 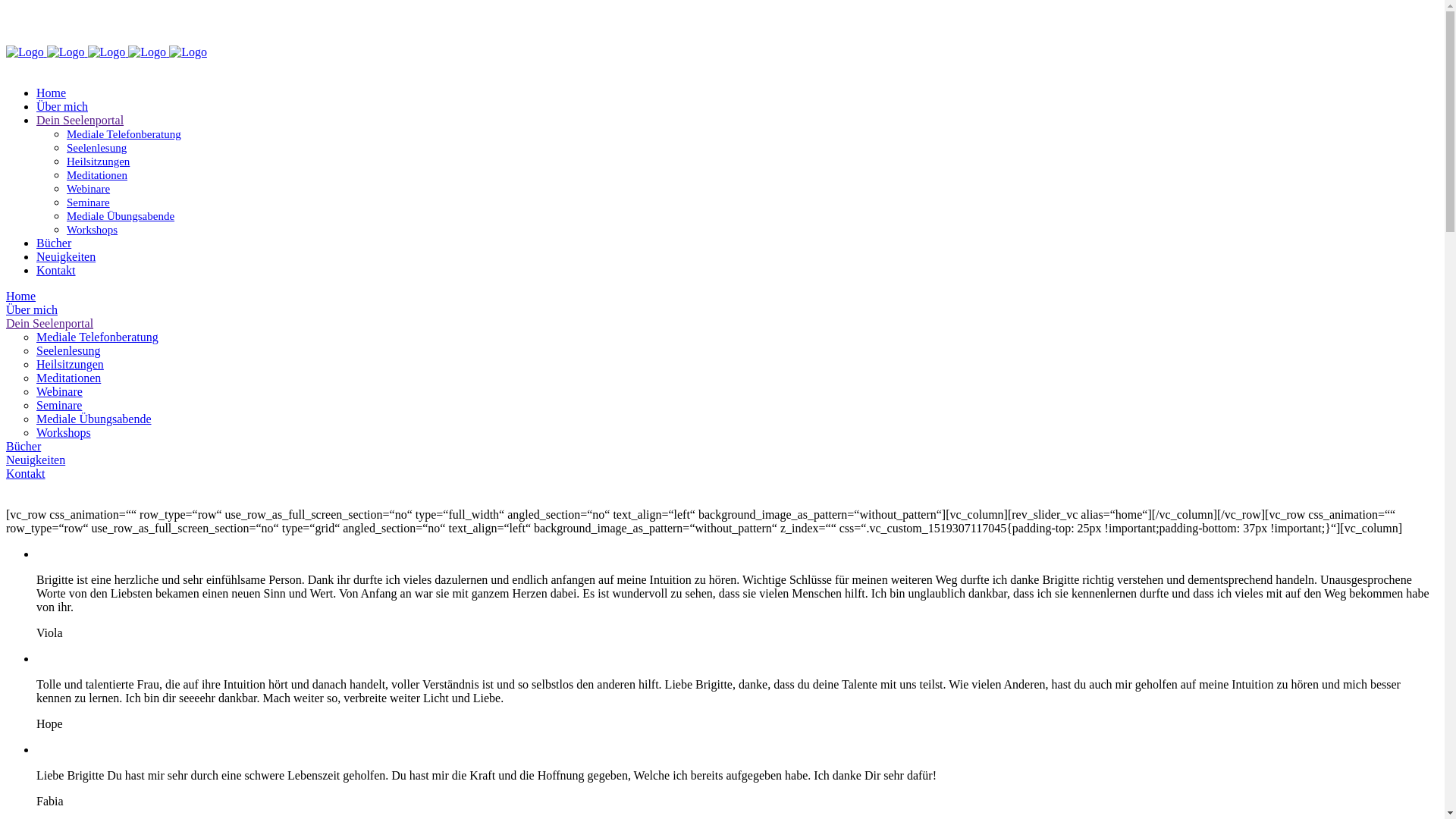 What do you see at coordinates (20, 296) in the screenshot?
I see `'Home'` at bounding box center [20, 296].